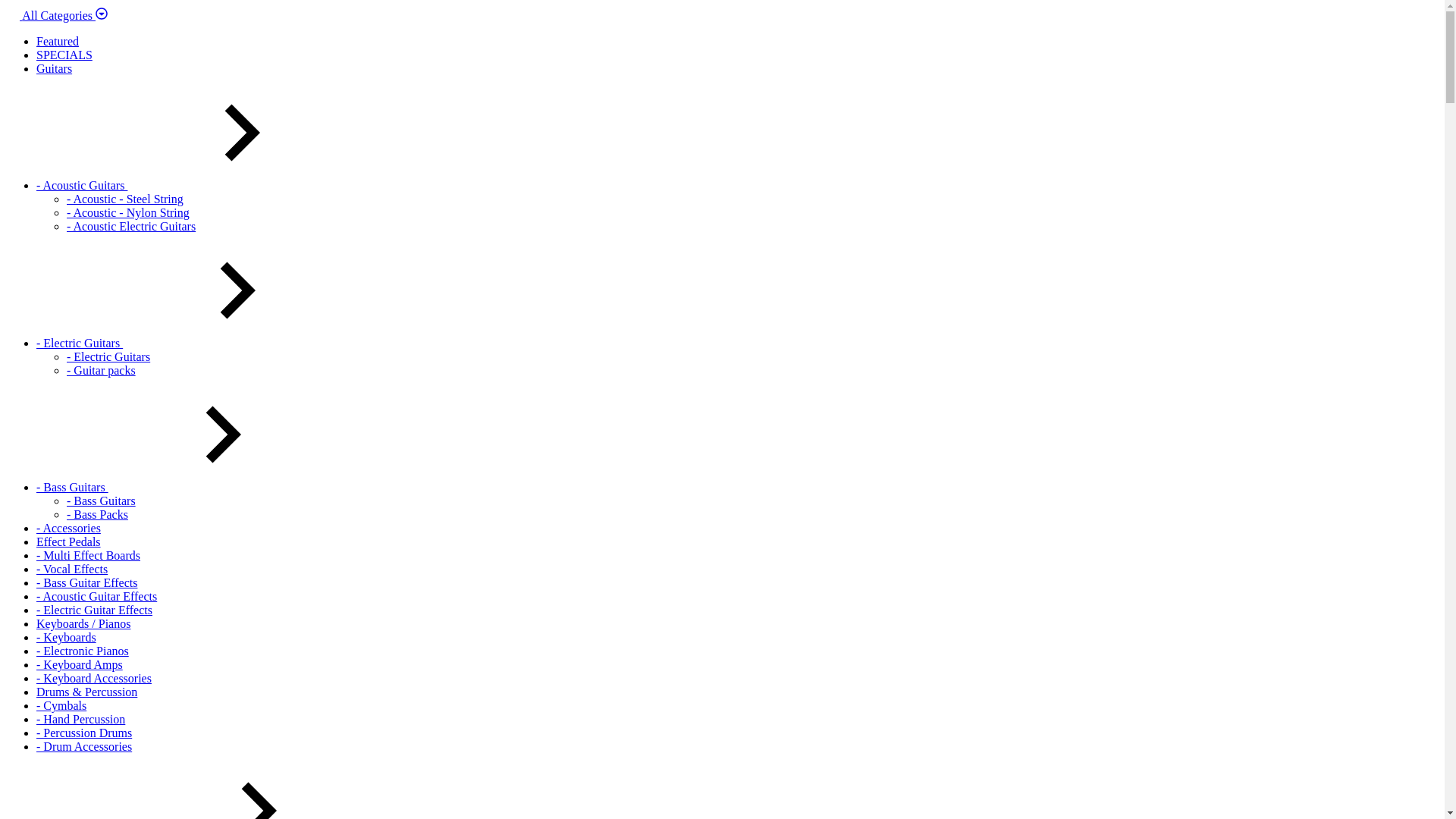 This screenshot has width=1456, height=819. Describe the element at coordinates (65, 212) in the screenshot. I see `'- Acoustic - Nylon String'` at that location.